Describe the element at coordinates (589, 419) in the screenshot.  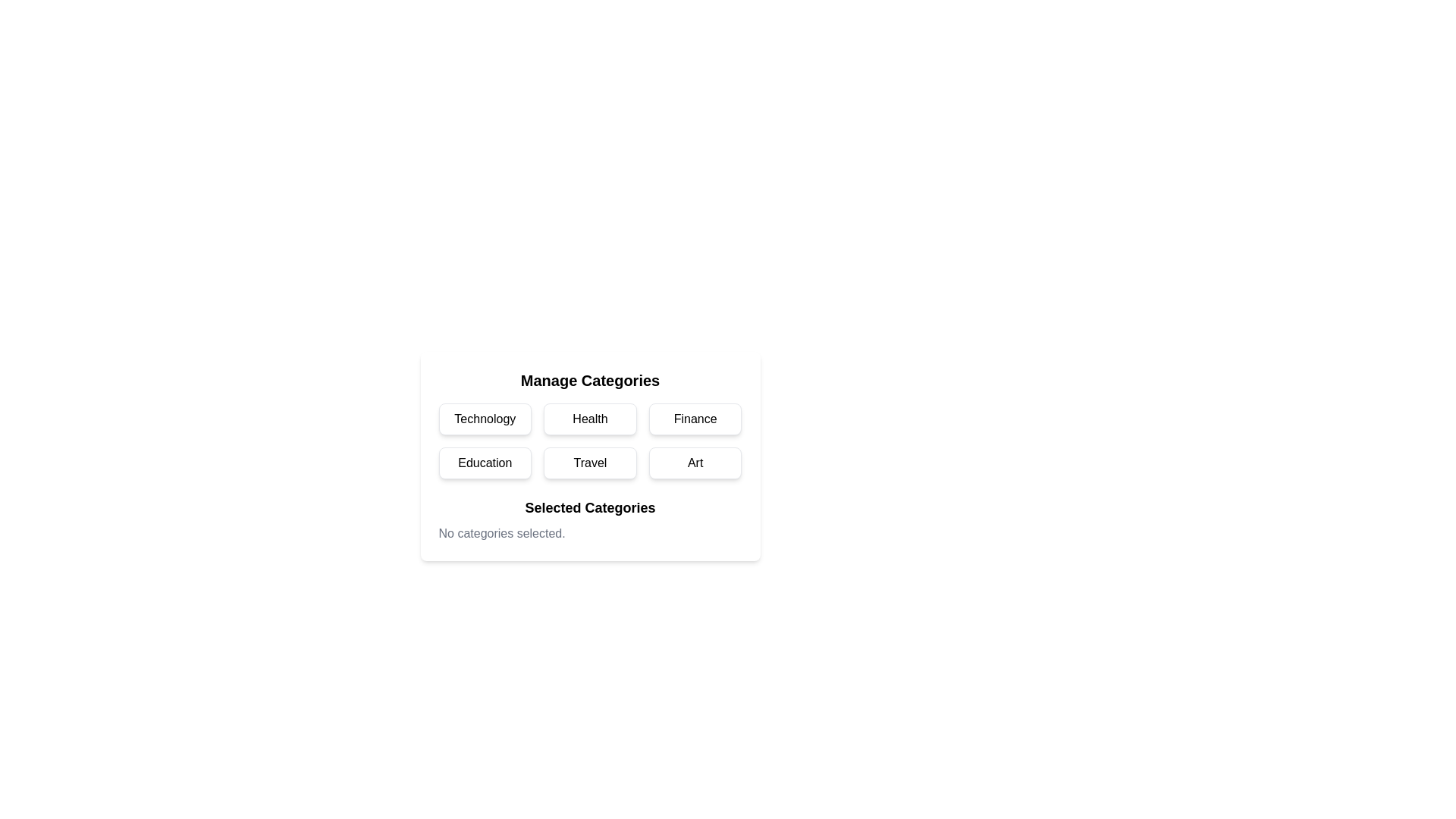
I see `the 'Health' category button to trigger a visual state change` at that location.